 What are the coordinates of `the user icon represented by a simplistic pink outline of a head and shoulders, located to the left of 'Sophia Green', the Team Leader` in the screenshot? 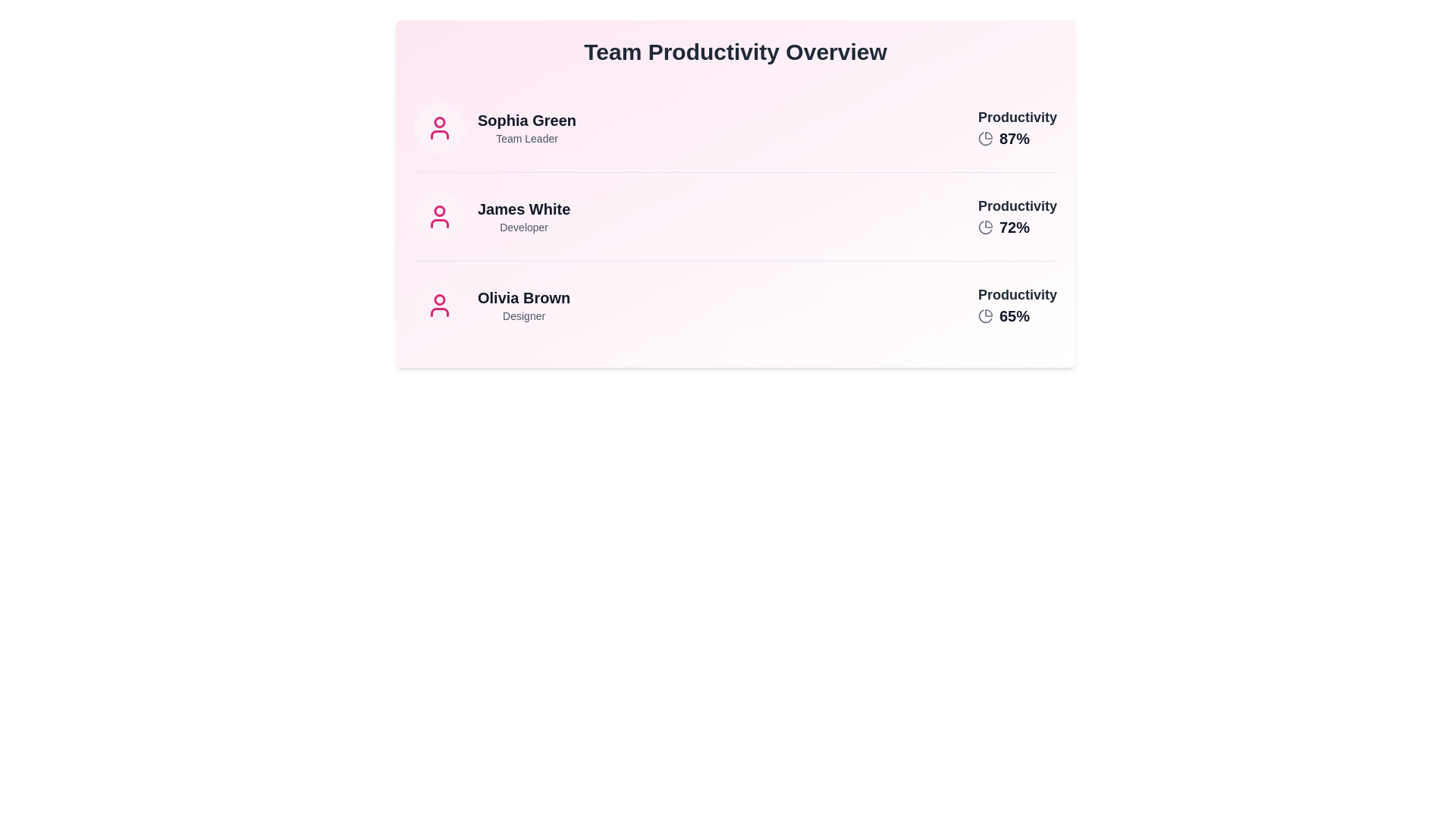 It's located at (439, 133).